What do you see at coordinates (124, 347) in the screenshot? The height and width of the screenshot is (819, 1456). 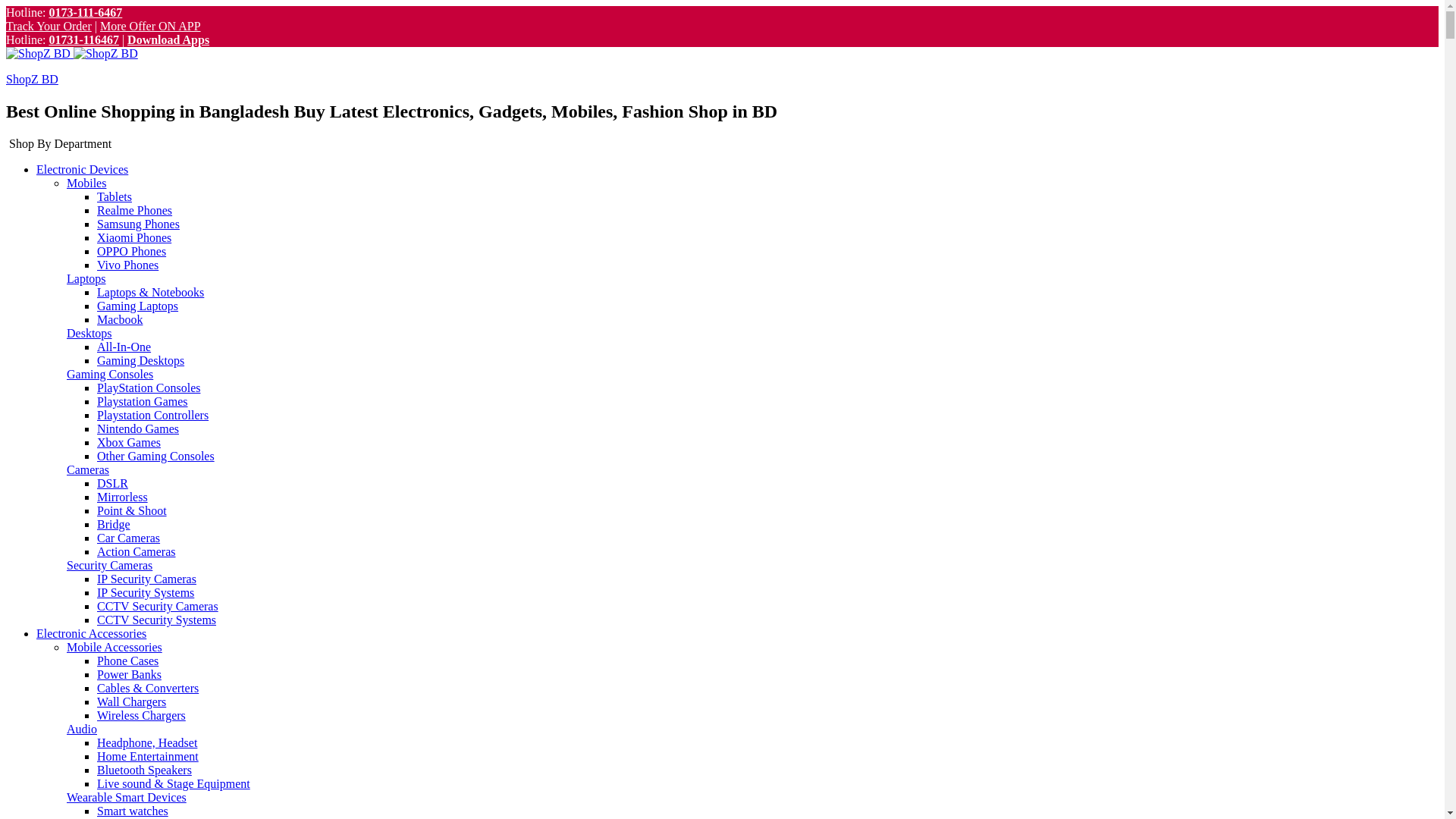 I see `'All-In-One'` at bounding box center [124, 347].